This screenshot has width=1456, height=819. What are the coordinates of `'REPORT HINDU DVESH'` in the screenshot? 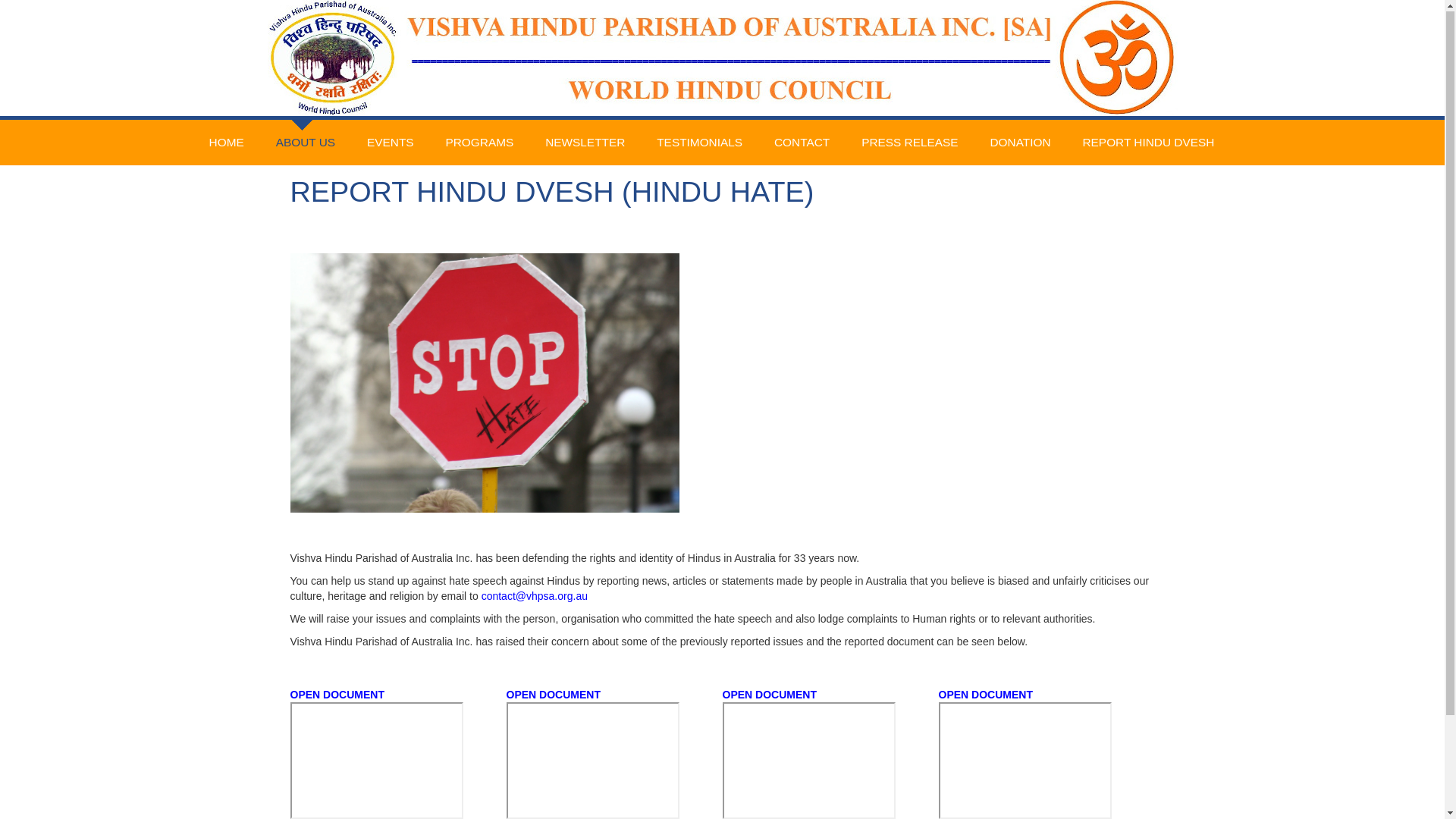 It's located at (1147, 143).